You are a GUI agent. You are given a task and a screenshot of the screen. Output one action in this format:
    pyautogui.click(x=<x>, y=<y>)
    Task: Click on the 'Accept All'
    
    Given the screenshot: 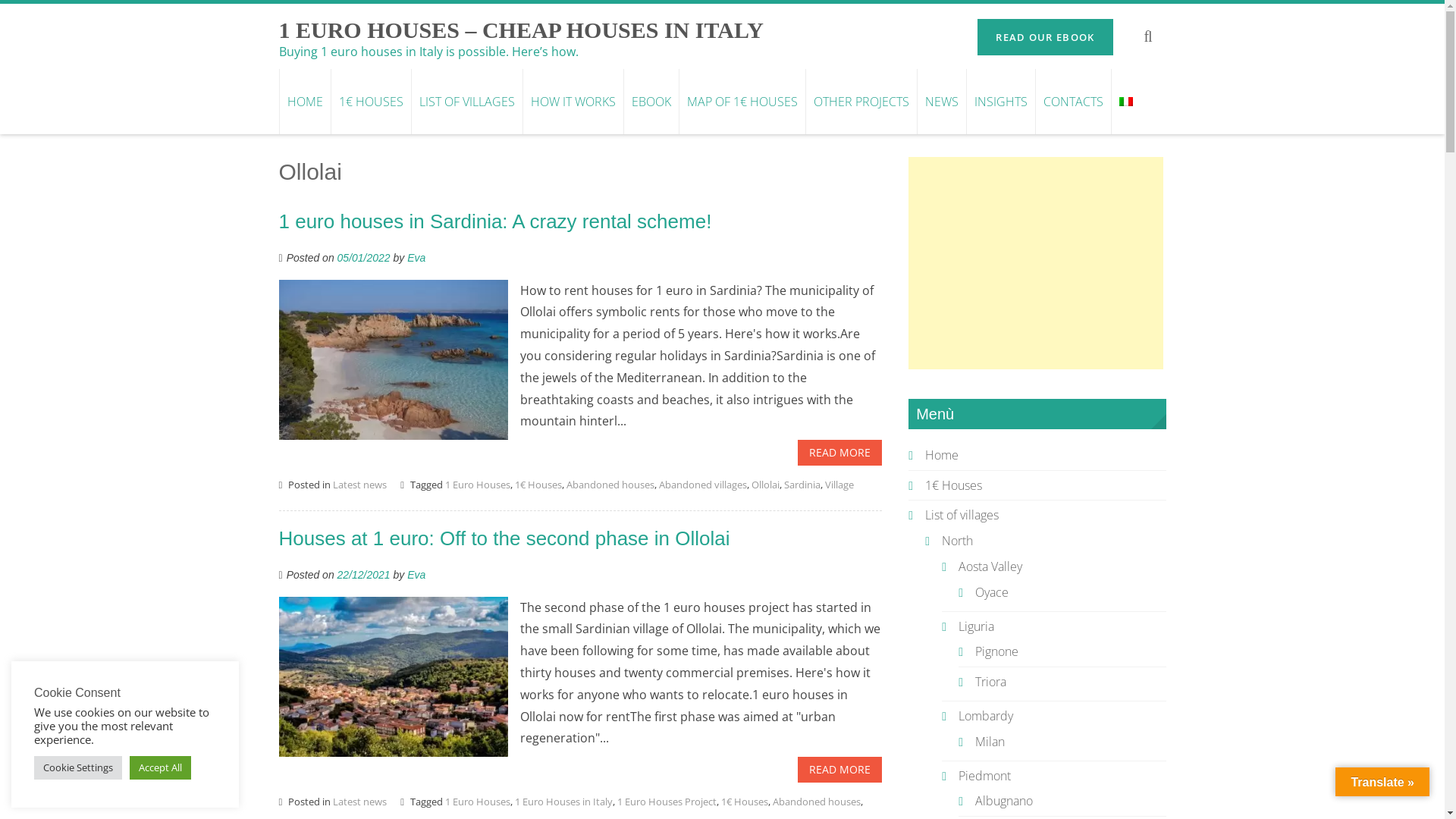 What is the action you would take?
    pyautogui.click(x=130, y=767)
    